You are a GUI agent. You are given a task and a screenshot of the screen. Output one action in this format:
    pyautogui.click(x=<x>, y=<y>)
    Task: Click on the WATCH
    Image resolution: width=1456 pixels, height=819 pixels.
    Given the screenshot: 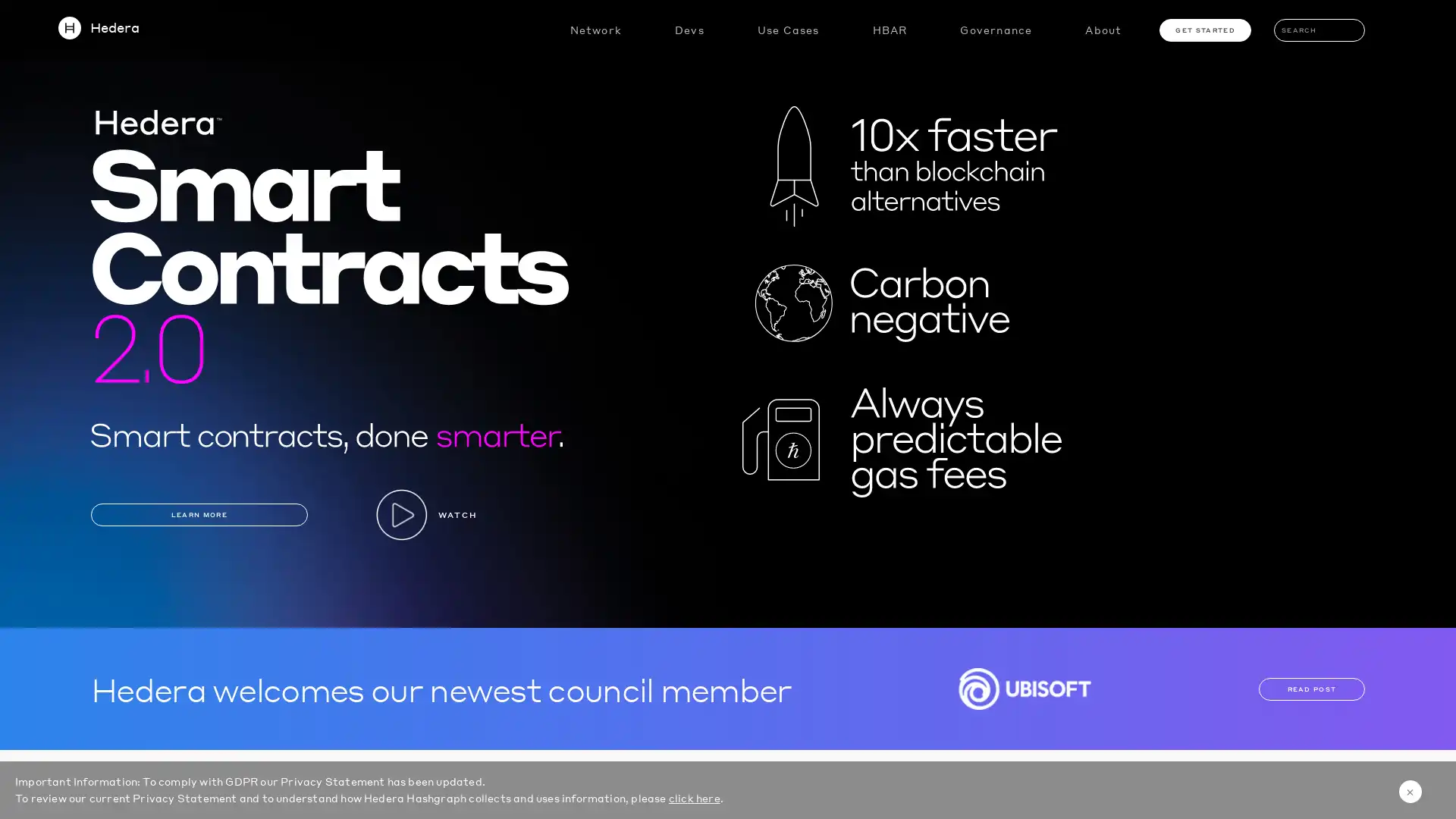 What is the action you would take?
    pyautogui.click(x=425, y=513)
    